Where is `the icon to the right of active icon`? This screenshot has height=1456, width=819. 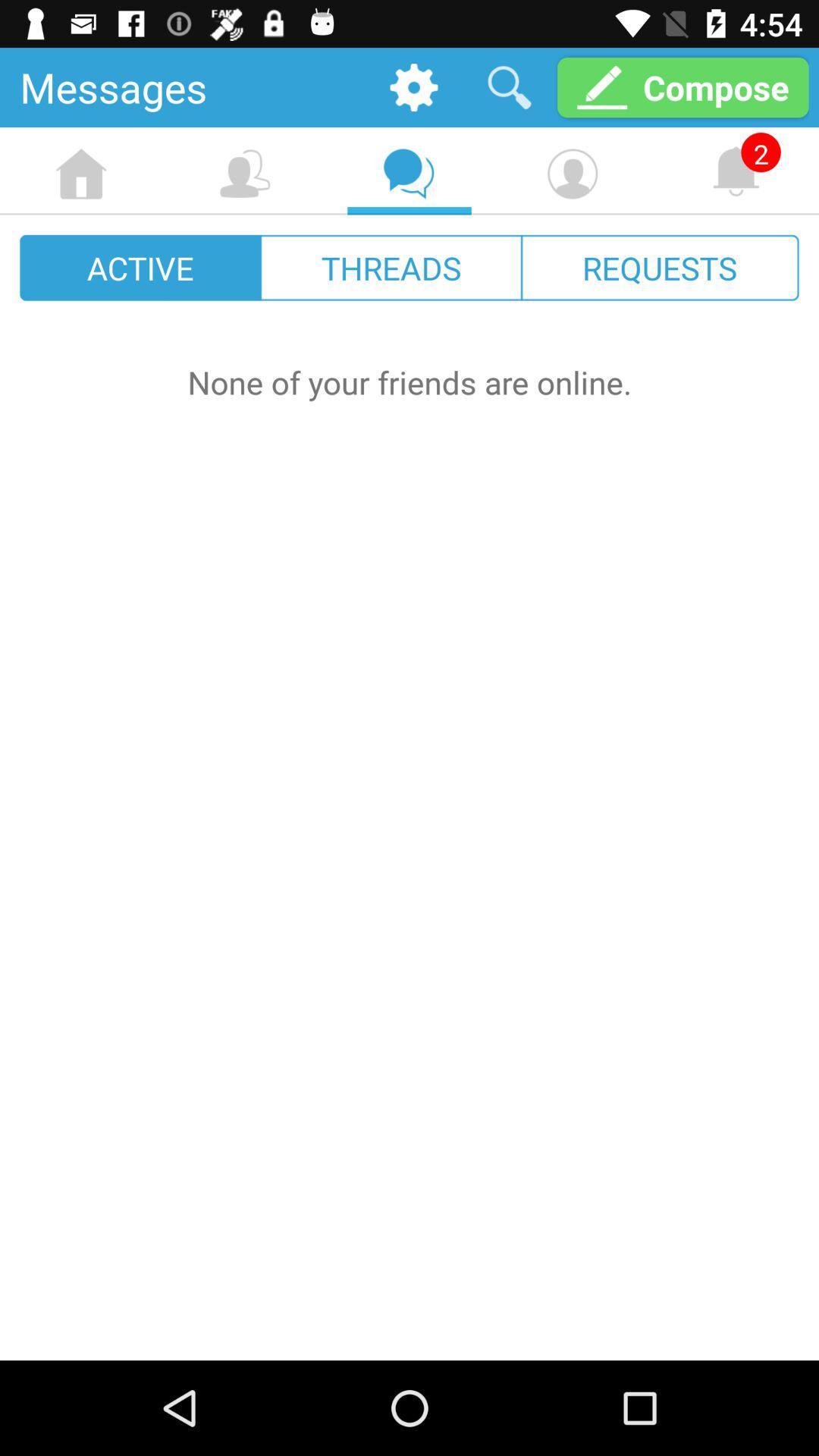 the icon to the right of active icon is located at coordinates (391, 268).